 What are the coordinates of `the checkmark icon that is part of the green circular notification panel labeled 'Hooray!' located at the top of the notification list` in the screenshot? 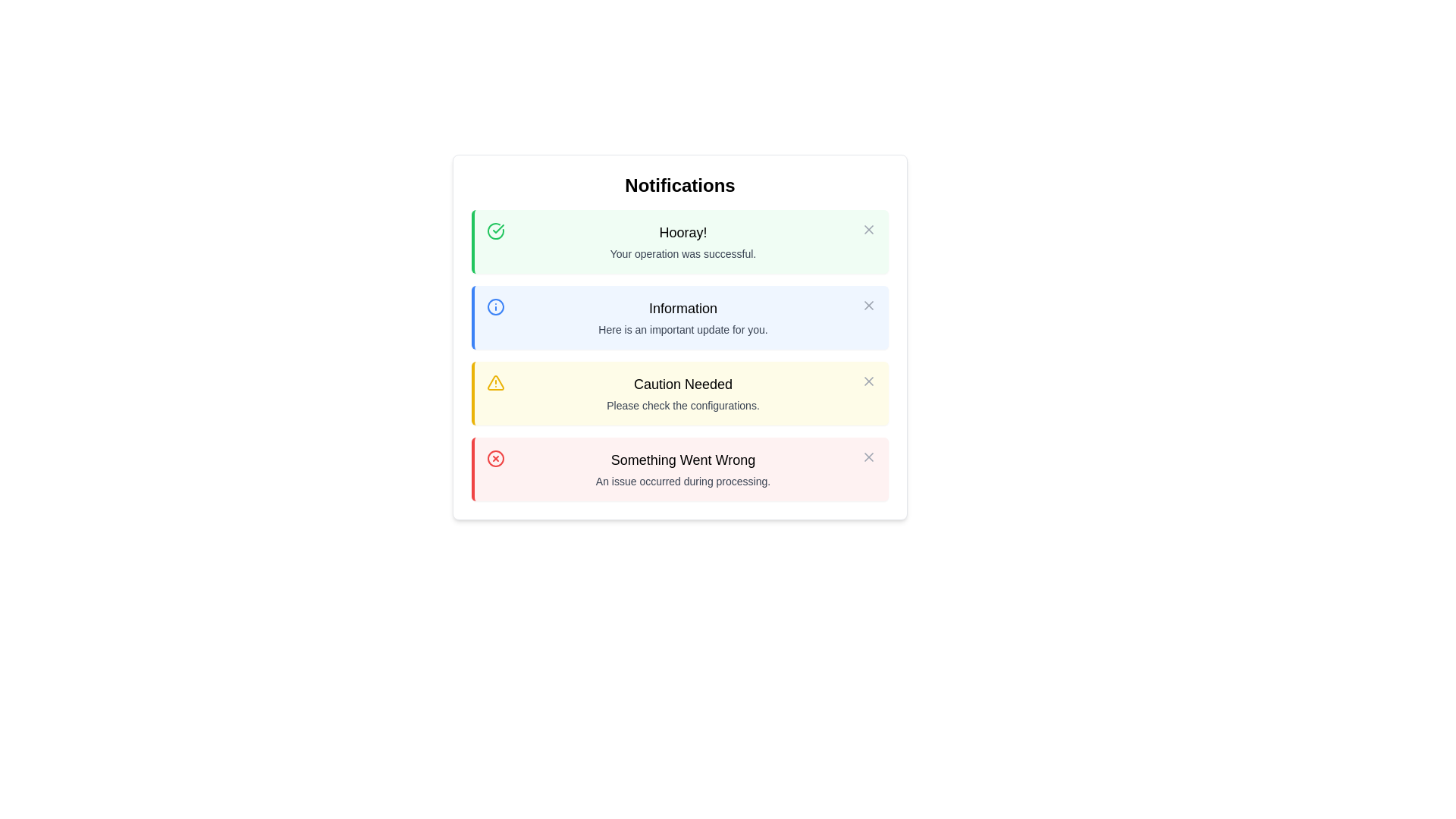 It's located at (498, 228).